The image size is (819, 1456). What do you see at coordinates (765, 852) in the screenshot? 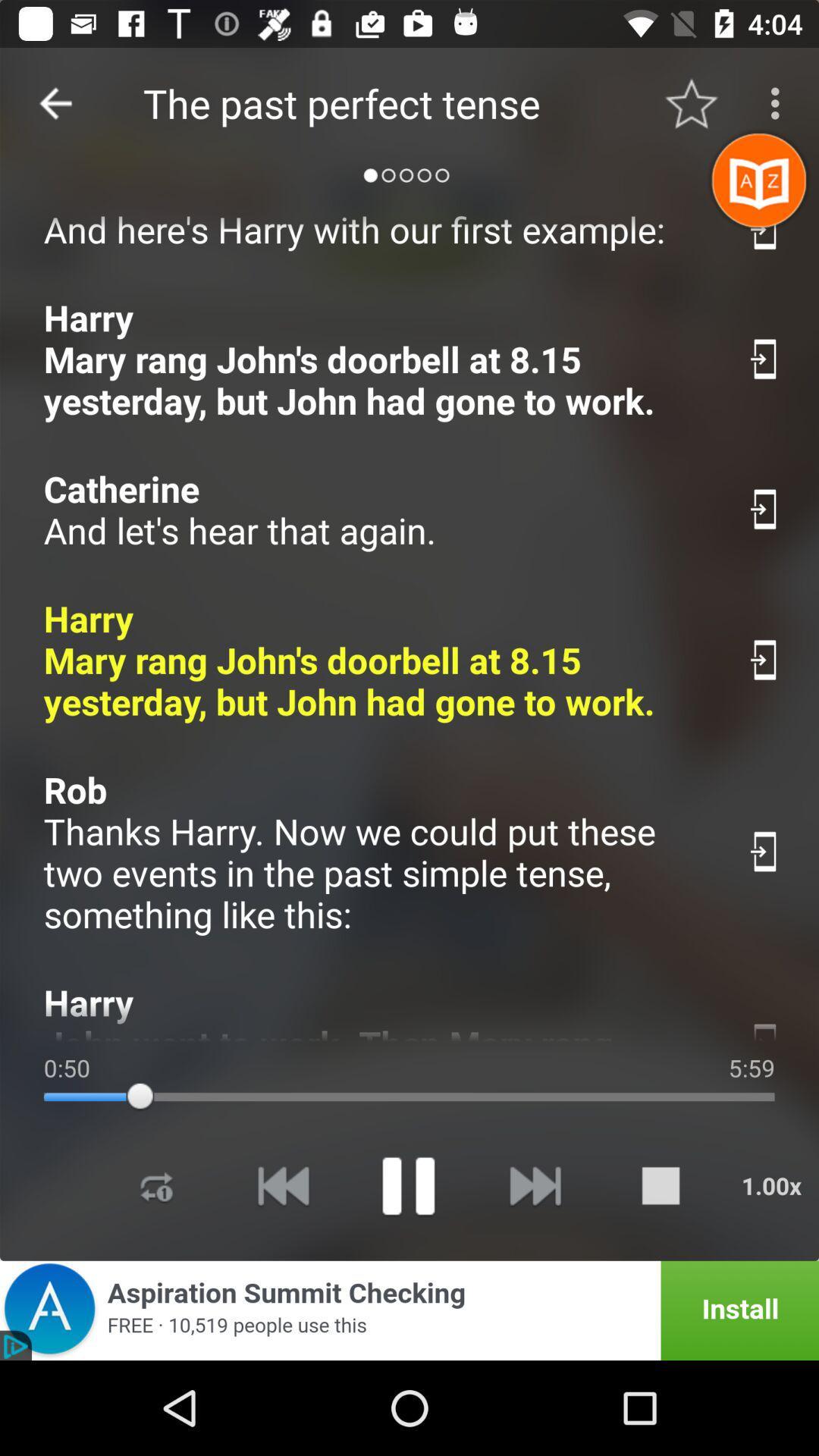
I see `download this phrase for offline use` at bounding box center [765, 852].